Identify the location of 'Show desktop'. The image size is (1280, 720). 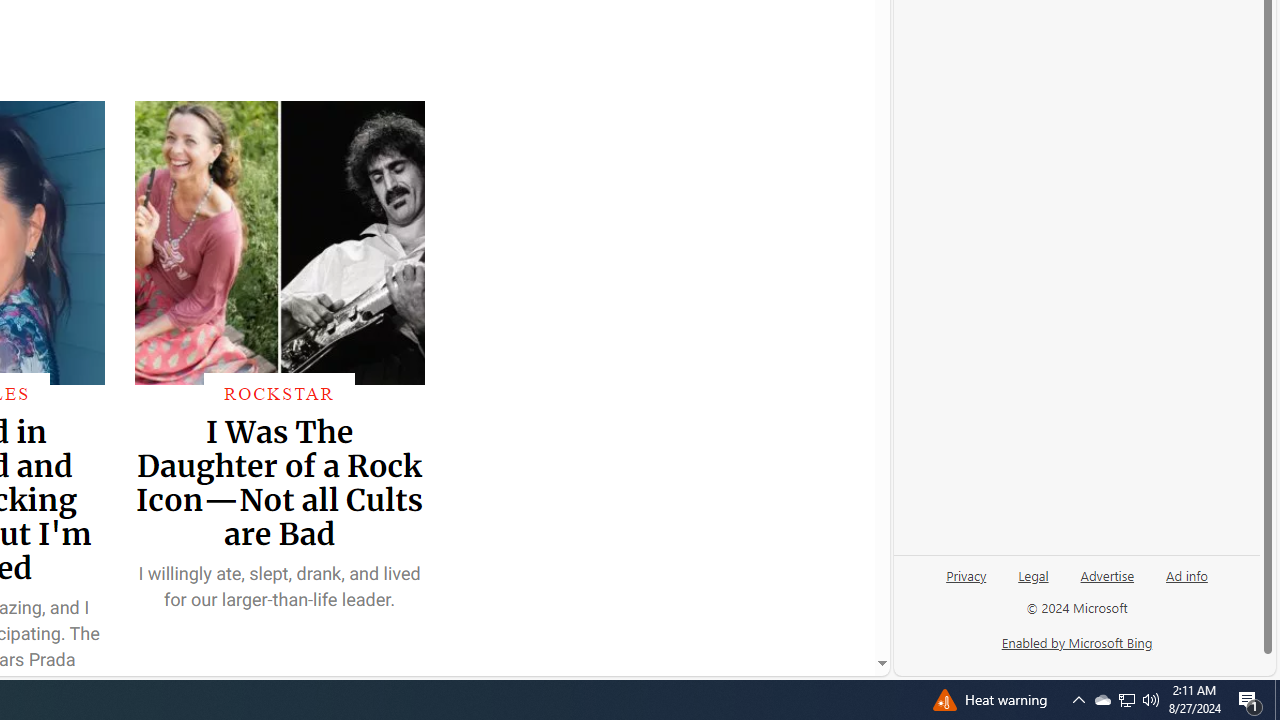
(1276, 698).